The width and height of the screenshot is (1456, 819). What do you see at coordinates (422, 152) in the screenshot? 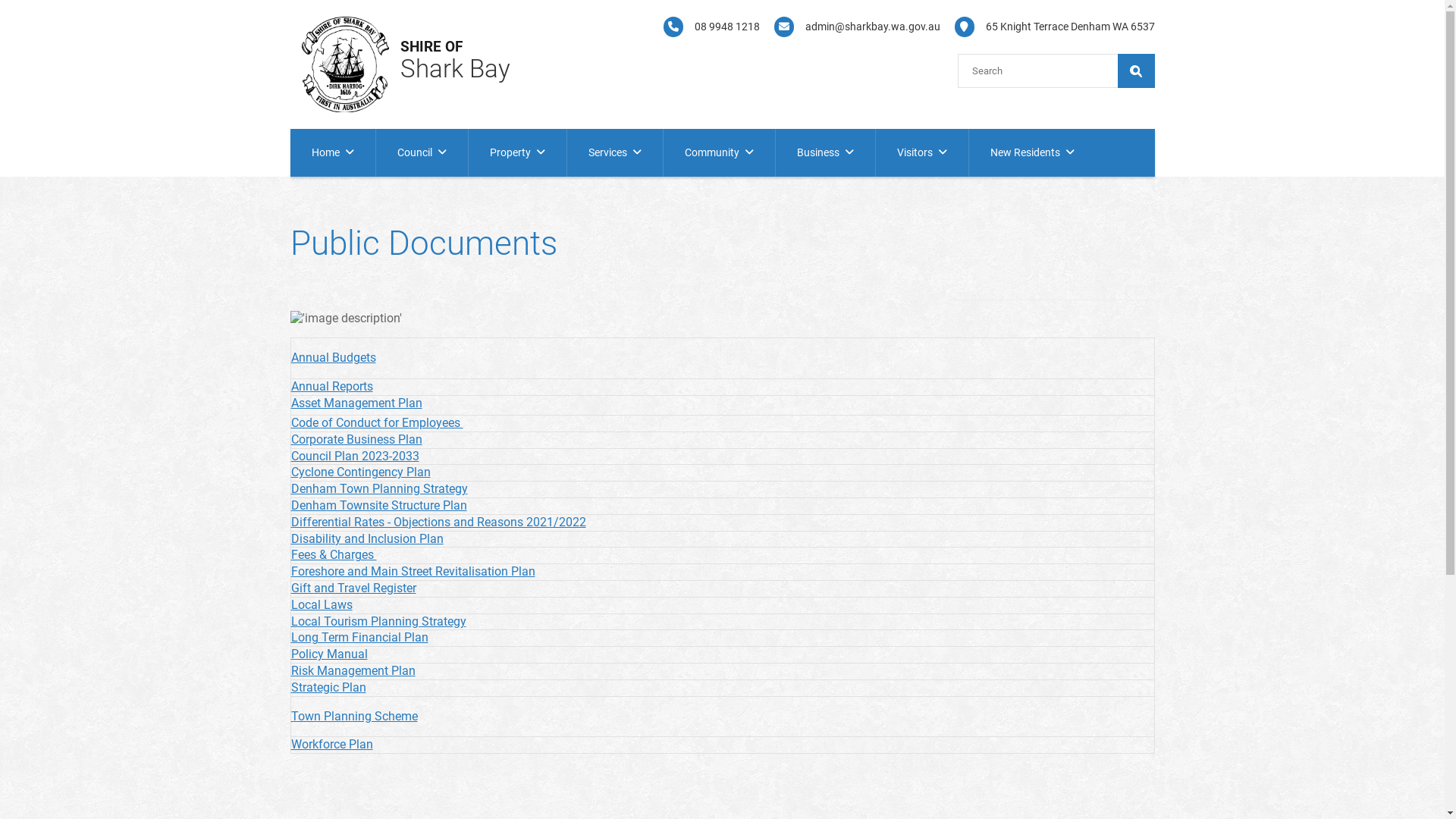
I see `'Council'` at bounding box center [422, 152].